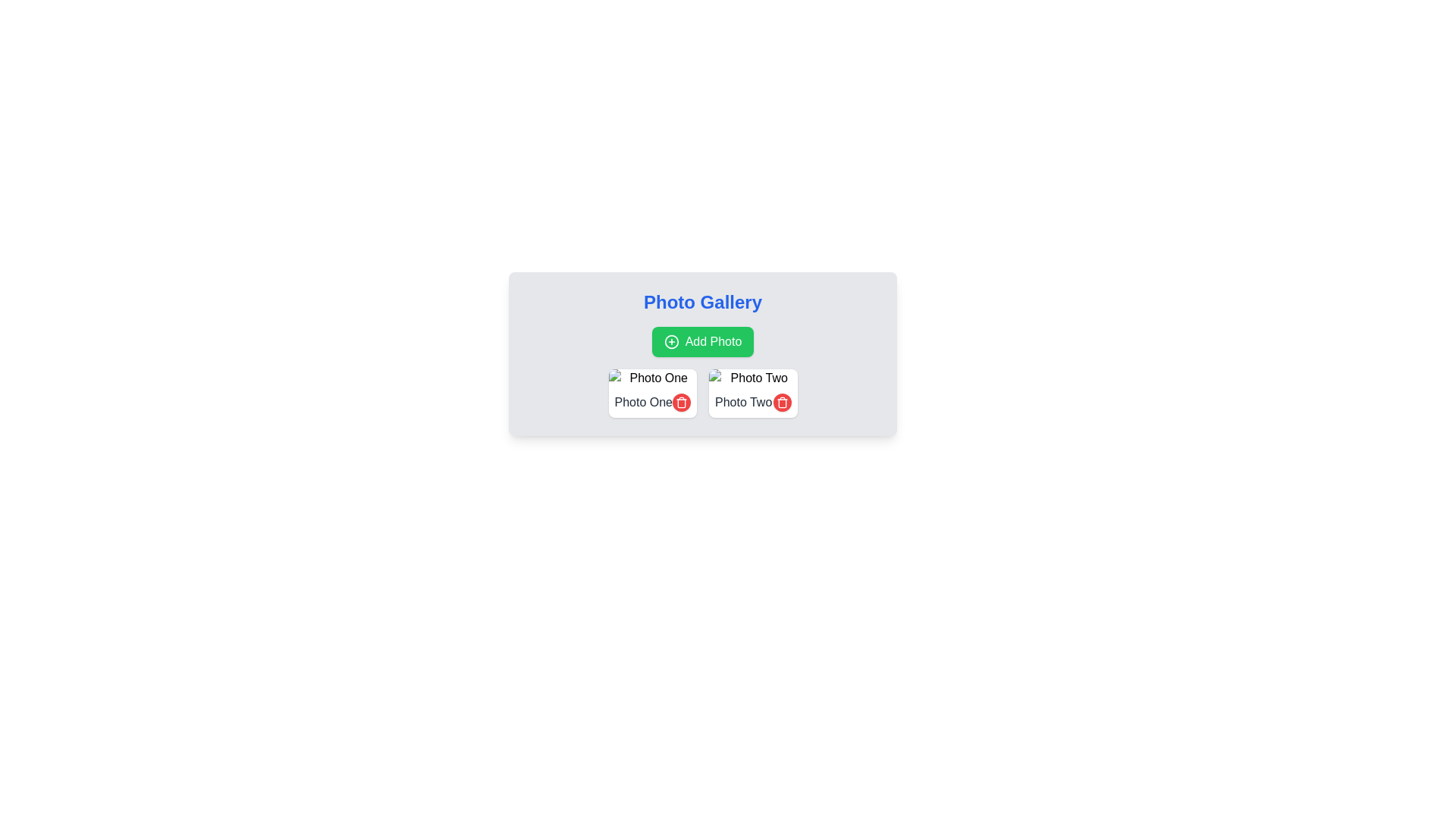 The width and height of the screenshot is (1456, 819). I want to click on text from the 'Photo One' text label, which is styled with a gray font and located at the top left of a card layout, so click(652, 393).